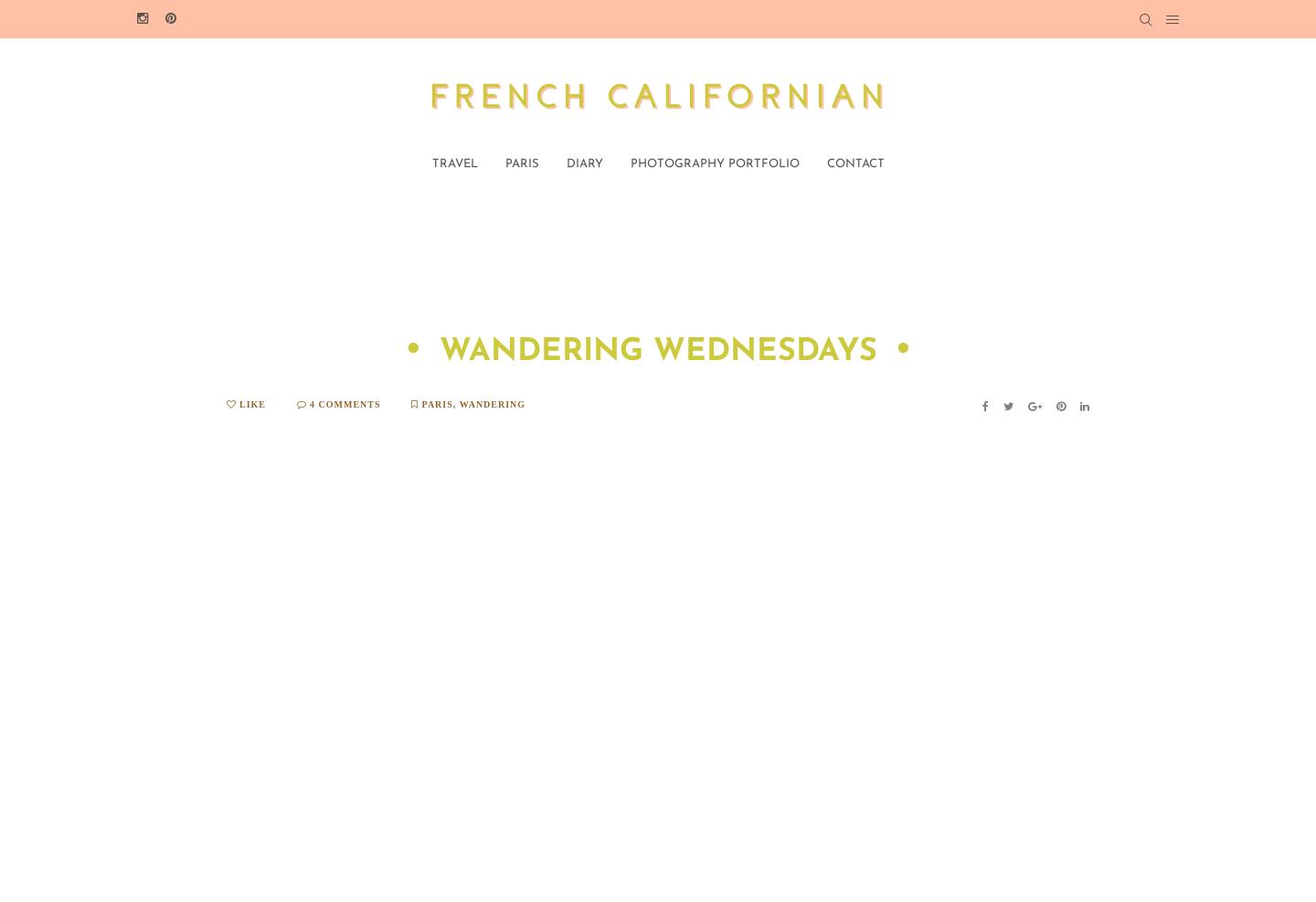  Describe the element at coordinates (1097, 776) in the screenshot. I see `'Recent Posts'` at that location.